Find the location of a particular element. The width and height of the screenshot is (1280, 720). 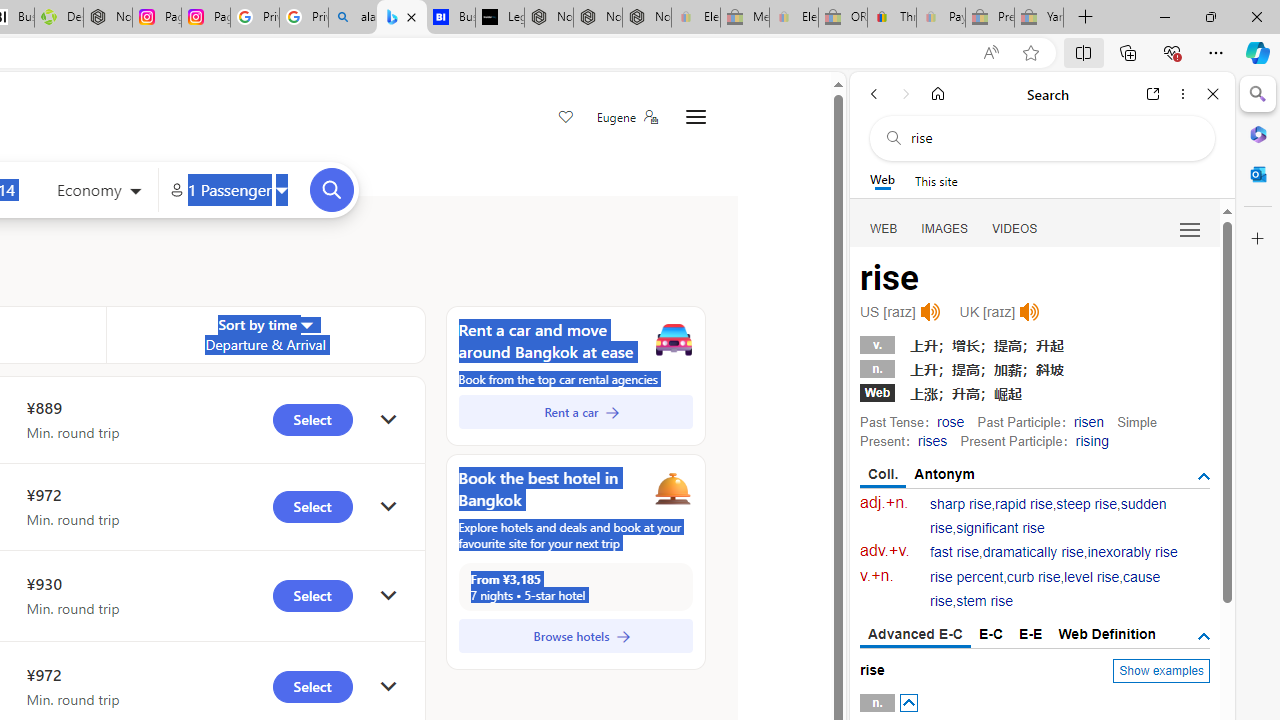

'WEB' is located at coordinates (883, 227).